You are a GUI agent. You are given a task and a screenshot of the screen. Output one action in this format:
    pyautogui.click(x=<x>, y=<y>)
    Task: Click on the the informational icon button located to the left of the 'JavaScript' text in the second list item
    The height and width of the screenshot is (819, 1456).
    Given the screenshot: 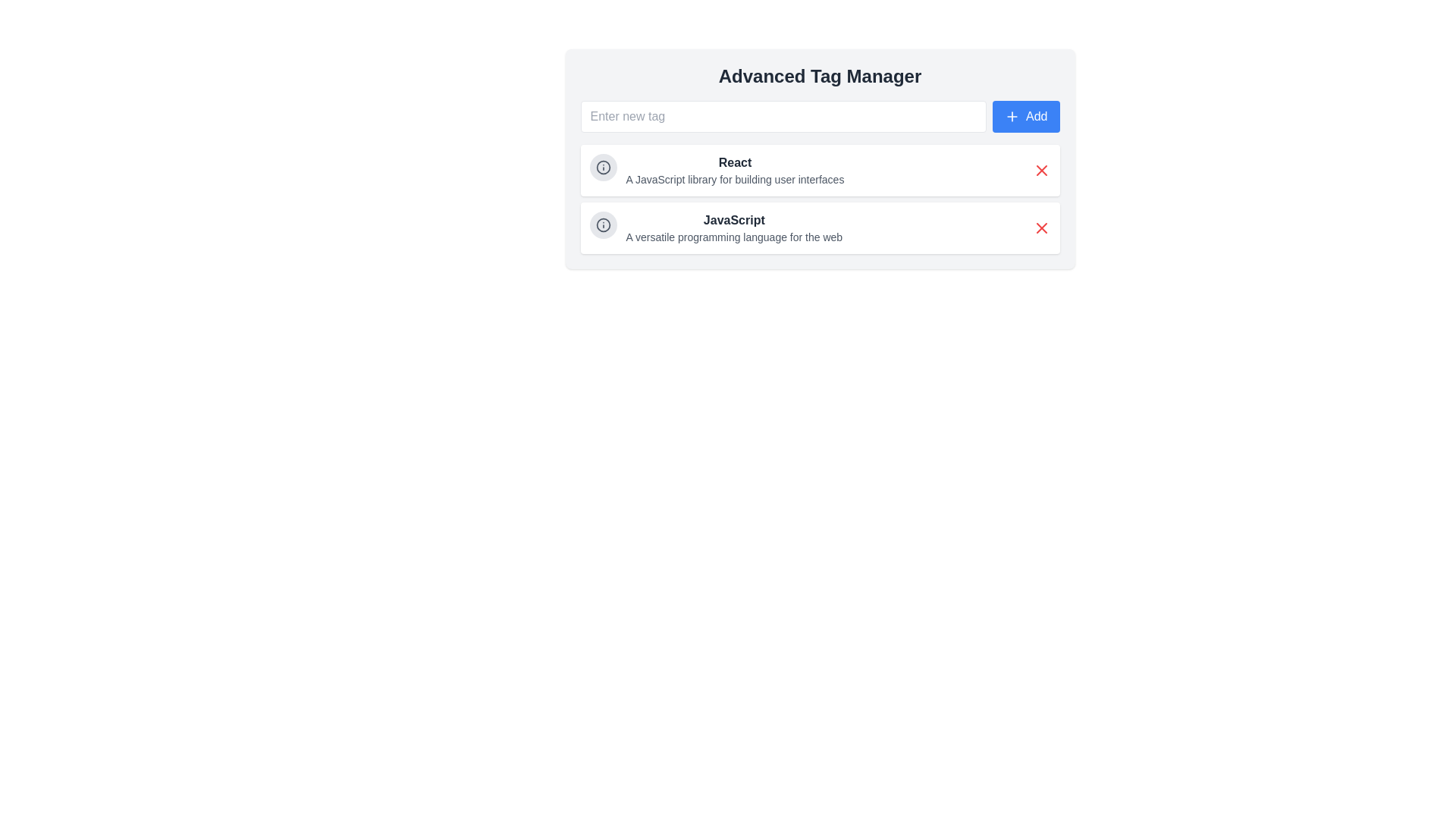 What is the action you would take?
    pyautogui.click(x=602, y=225)
    